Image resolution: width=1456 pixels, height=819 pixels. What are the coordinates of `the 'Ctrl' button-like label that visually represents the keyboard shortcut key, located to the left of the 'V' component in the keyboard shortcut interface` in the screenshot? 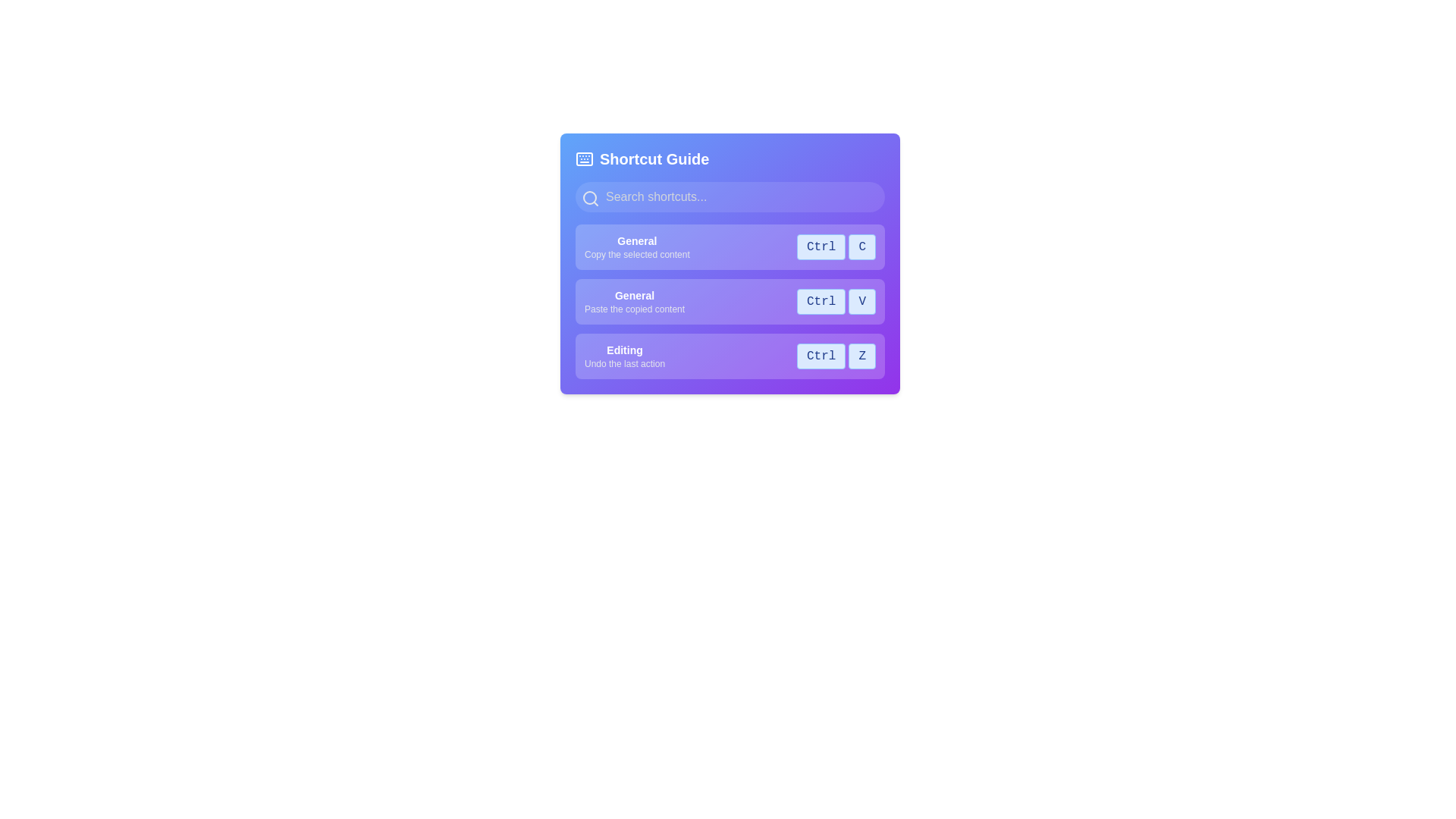 It's located at (821, 301).